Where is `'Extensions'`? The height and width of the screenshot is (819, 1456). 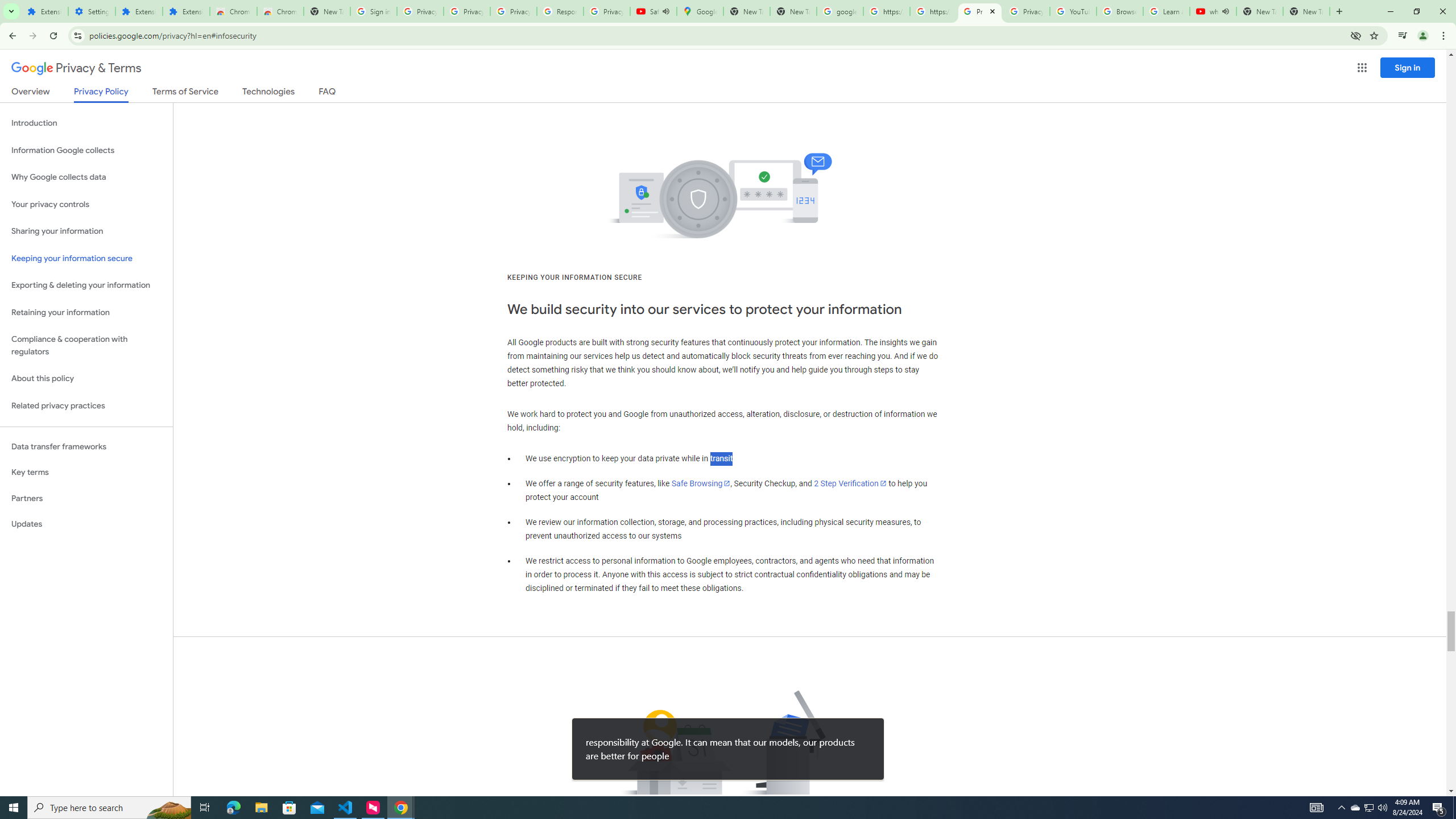
'Extensions' is located at coordinates (44, 11).